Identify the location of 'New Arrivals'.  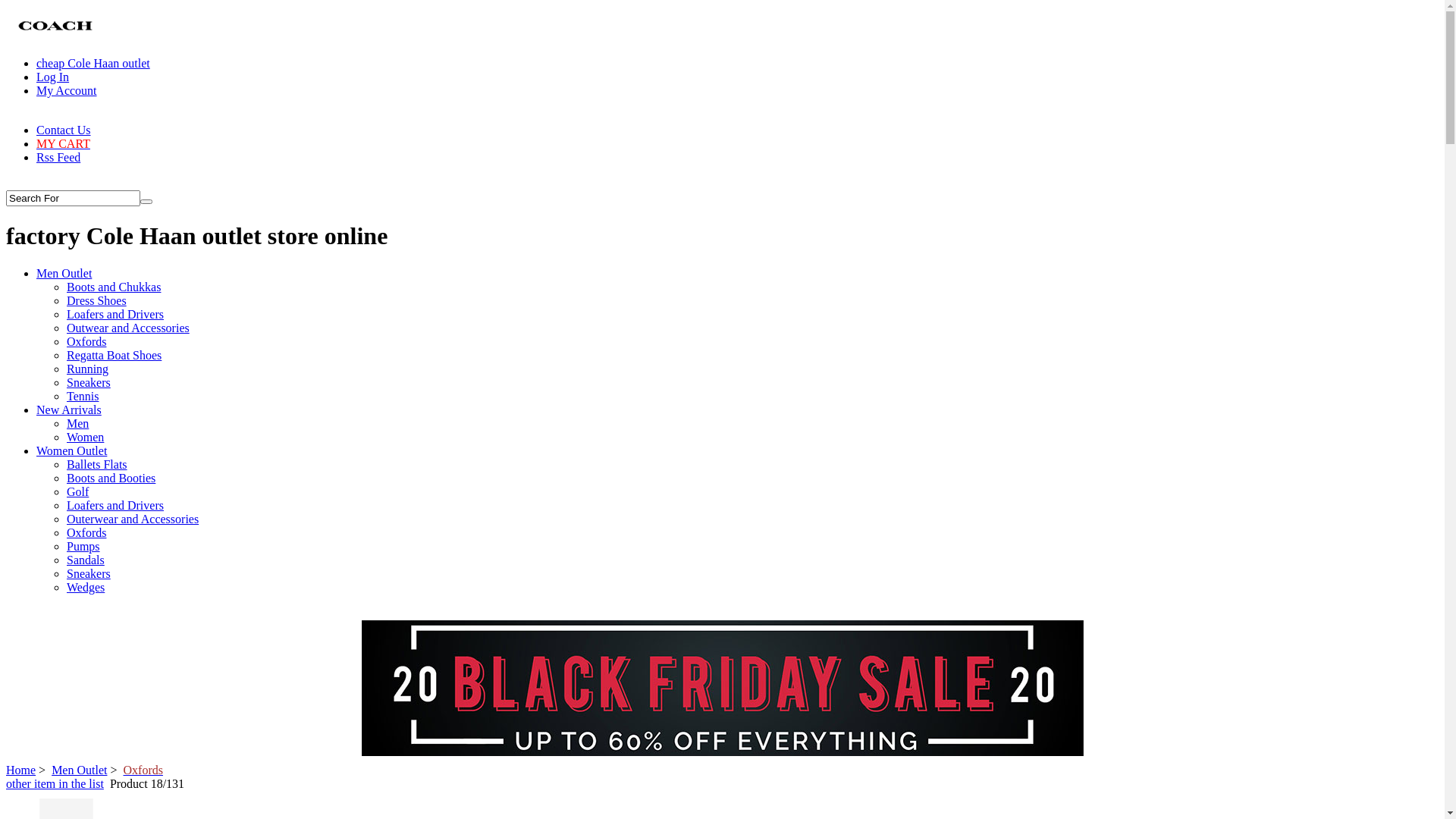
(68, 409).